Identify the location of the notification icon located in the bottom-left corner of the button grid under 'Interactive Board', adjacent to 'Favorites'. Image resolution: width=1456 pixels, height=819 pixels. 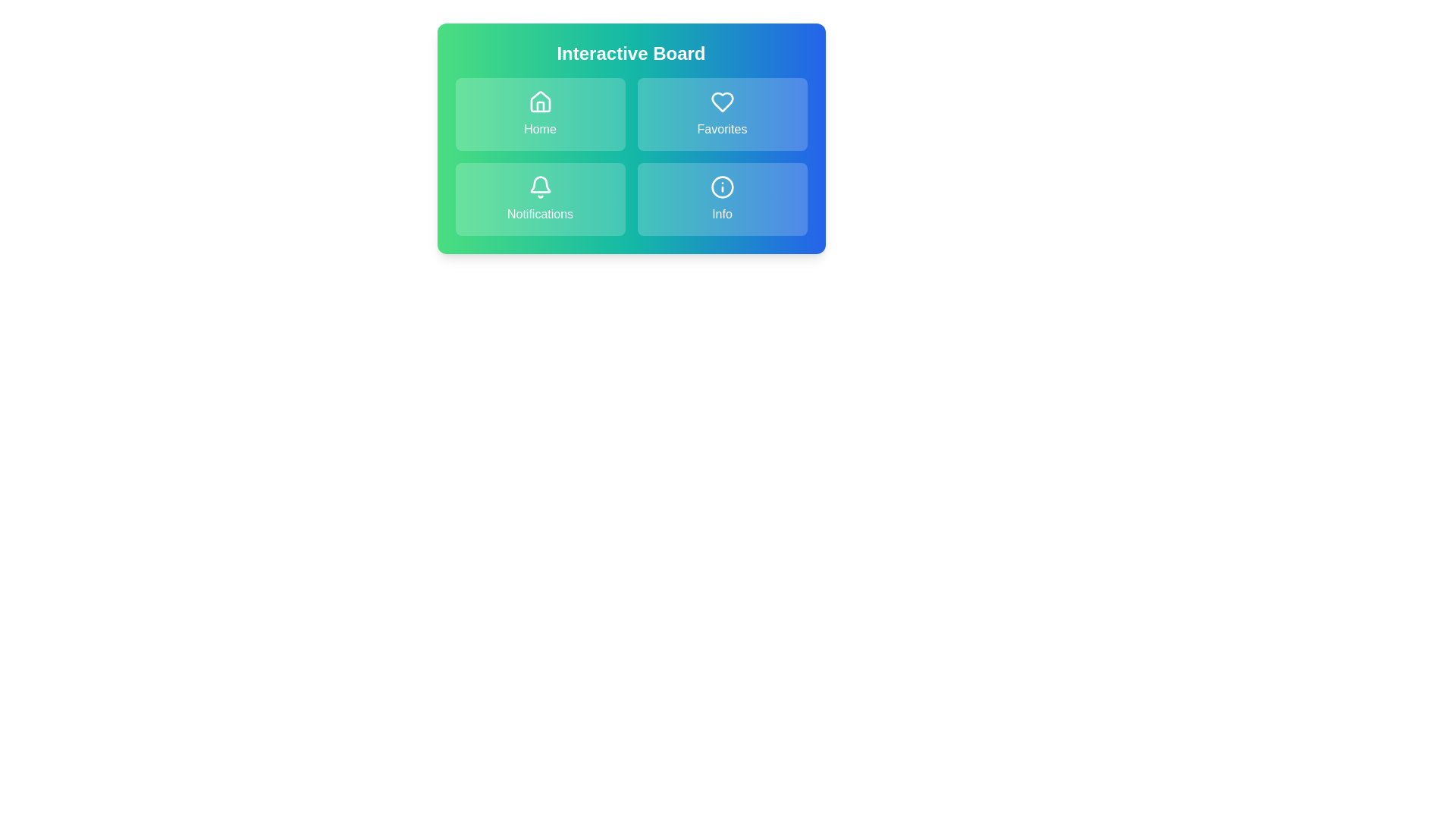
(540, 186).